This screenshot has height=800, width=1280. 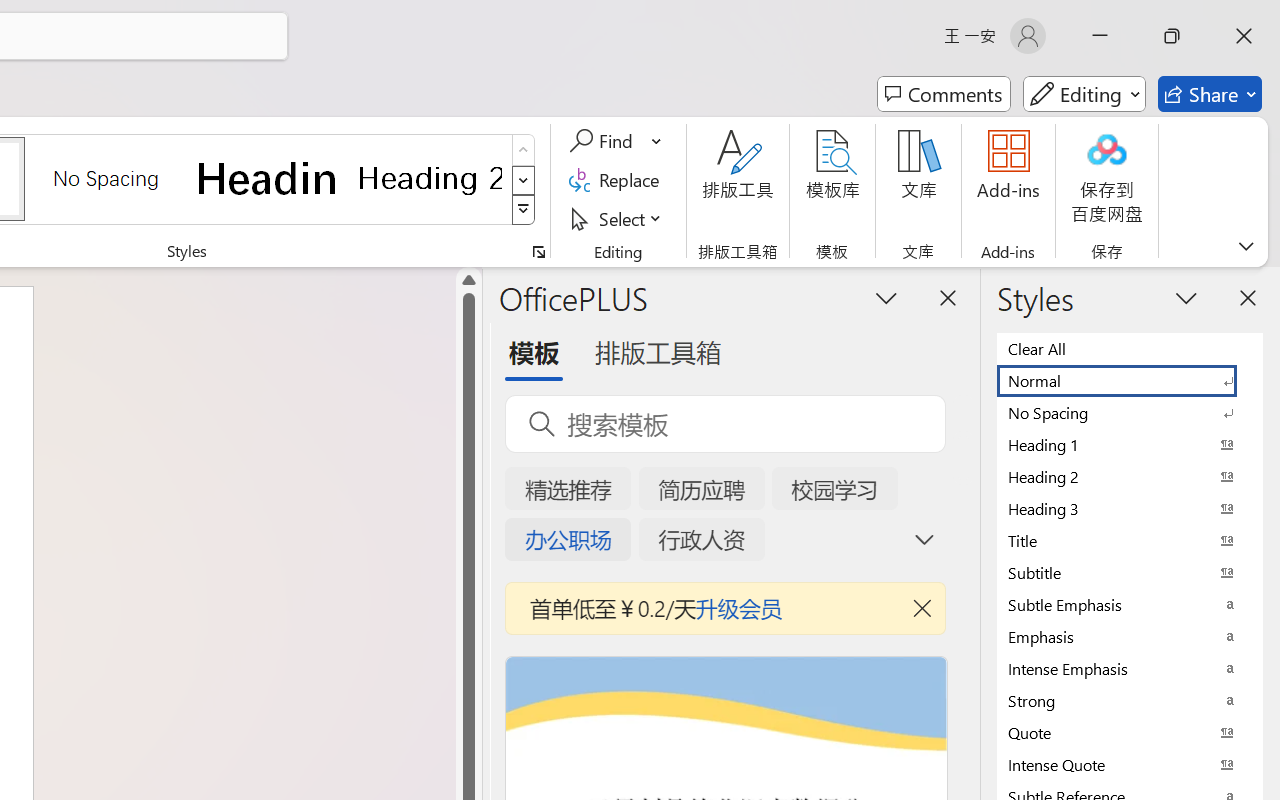 I want to click on 'Comments', so click(x=943, y=94).